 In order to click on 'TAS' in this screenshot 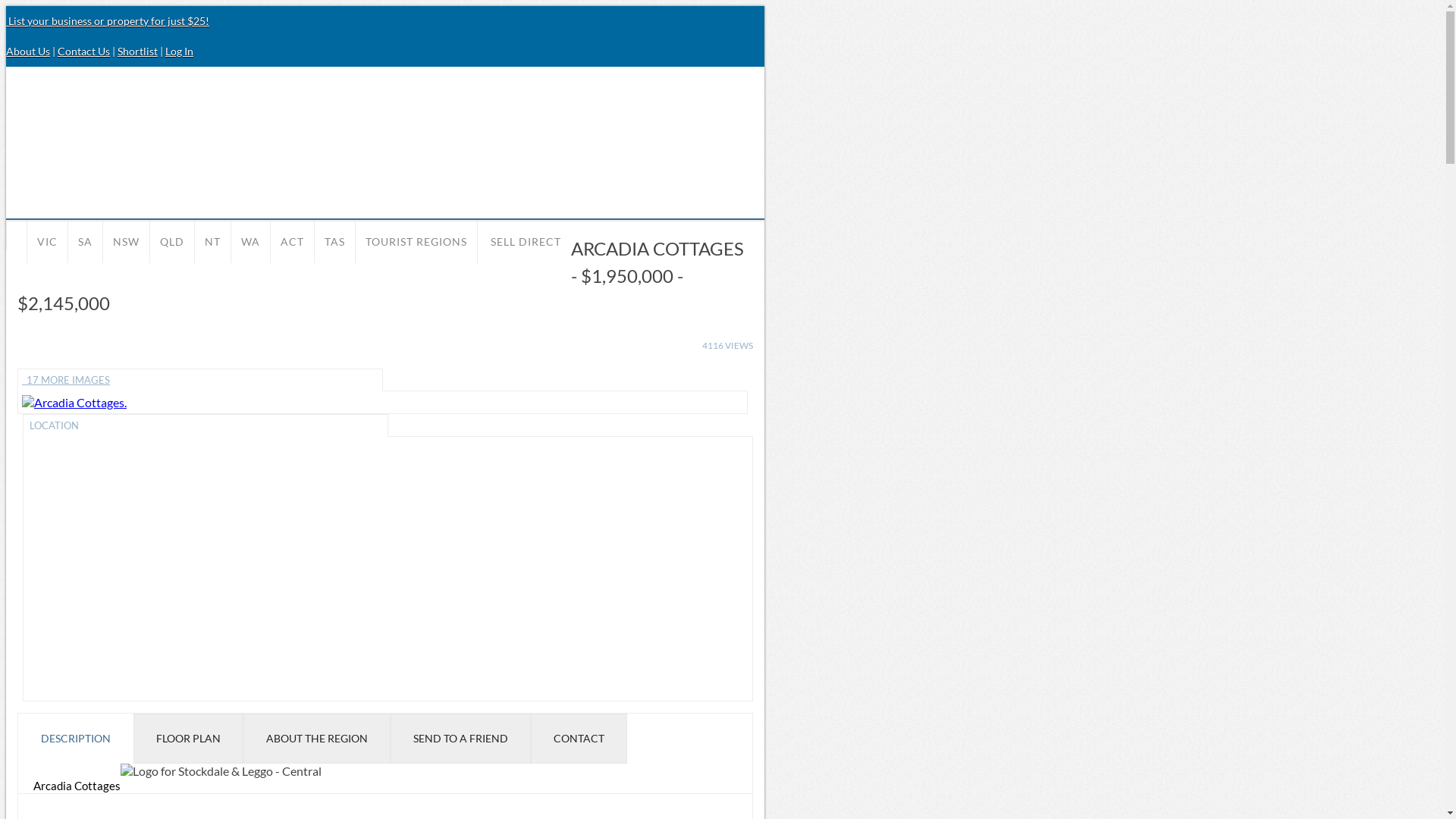, I will do `click(334, 240)`.